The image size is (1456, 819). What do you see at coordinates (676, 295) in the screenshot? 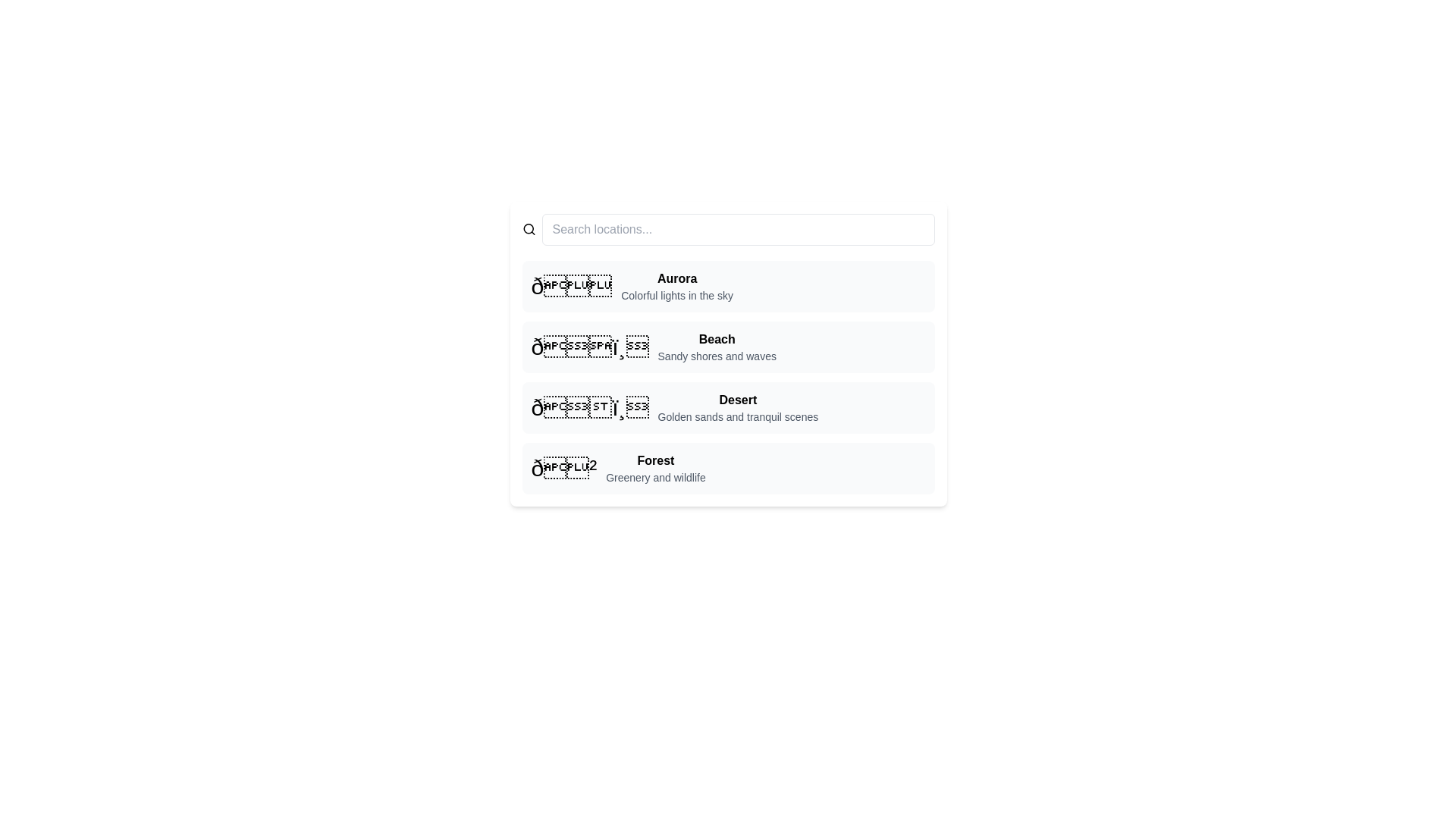
I see `the text label that provides additional descriptive information related to the main title 'Aurora', positioned directly below it in the interface` at bounding box center [676, 295].